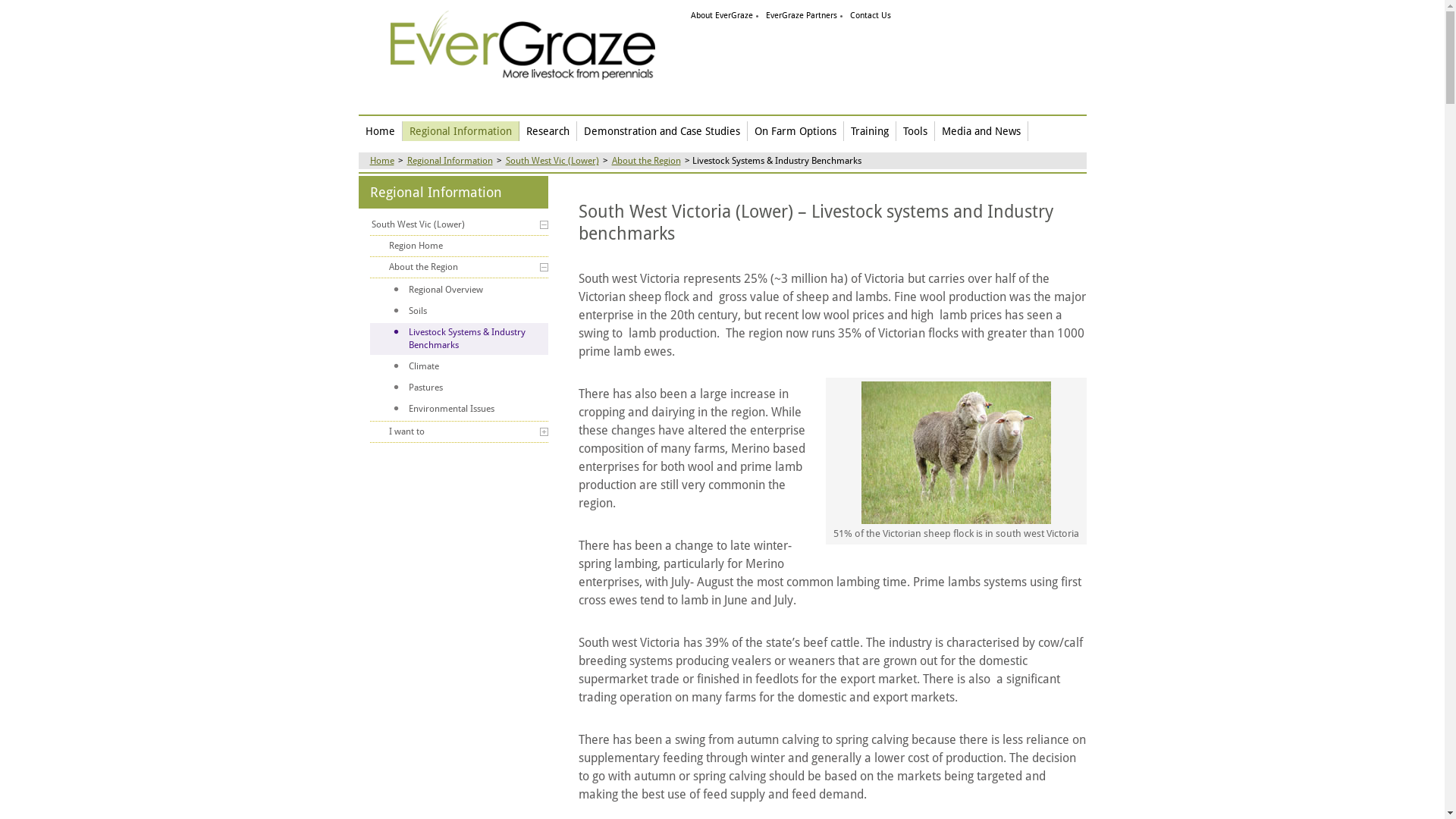  What do you see at coordinates (915, 130) in the screenshot?
I see `'Tools'` at bounding box center [915, 130].